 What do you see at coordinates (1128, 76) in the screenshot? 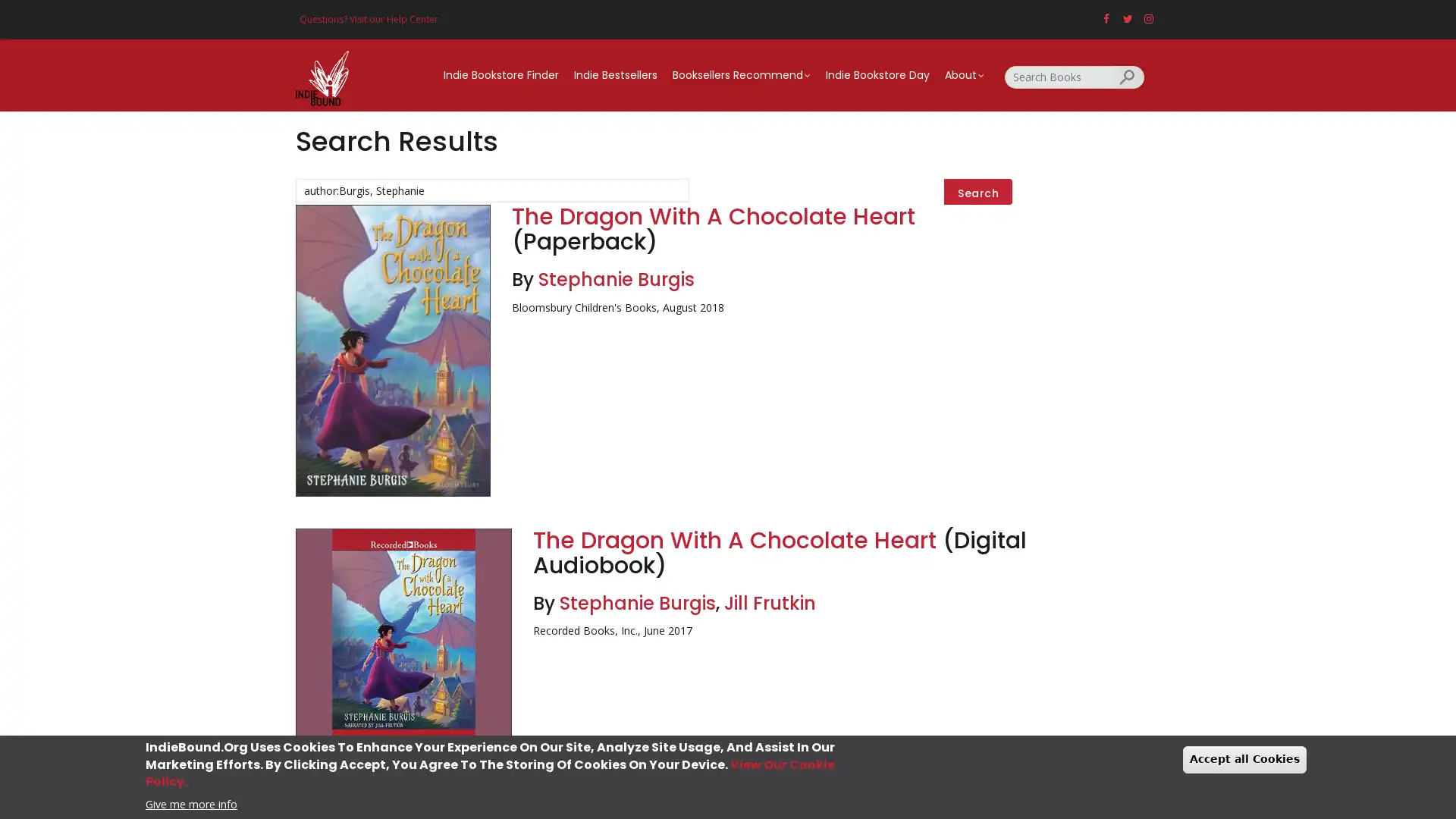
I see `Search` at bounding box center [1128, 76].